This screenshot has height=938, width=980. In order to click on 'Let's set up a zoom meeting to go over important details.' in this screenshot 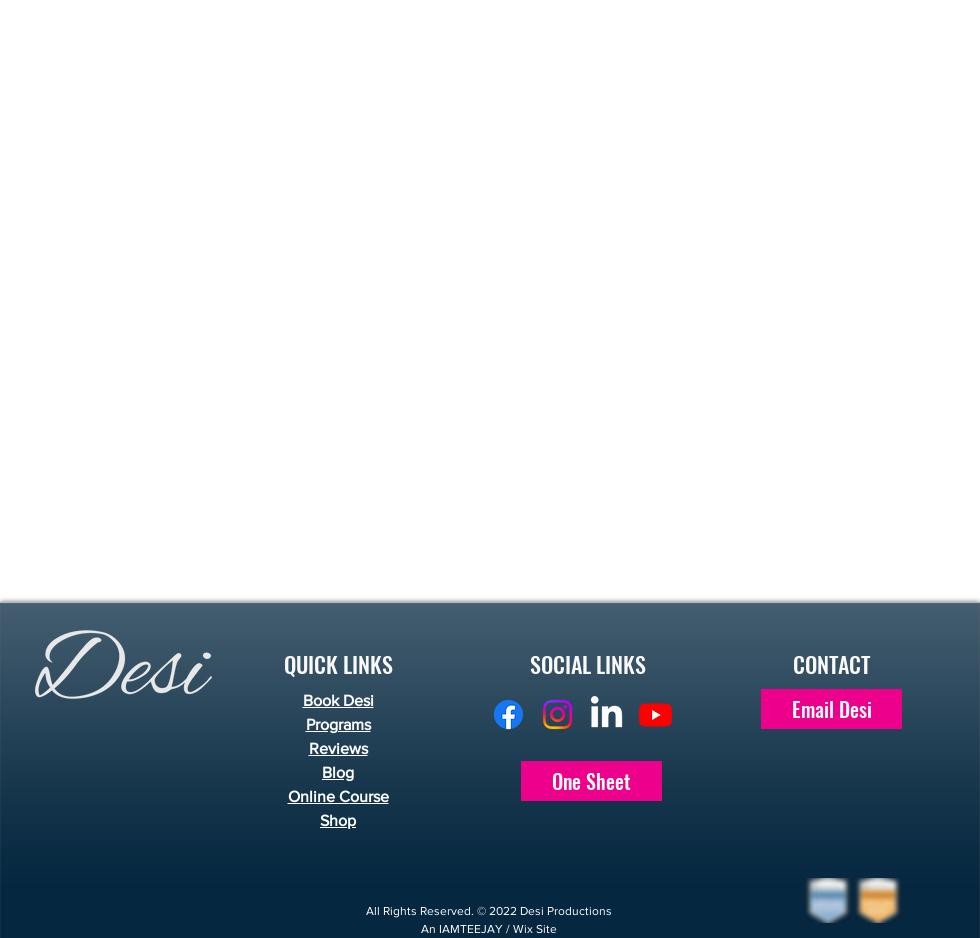, I will do `click(304, 59)`.